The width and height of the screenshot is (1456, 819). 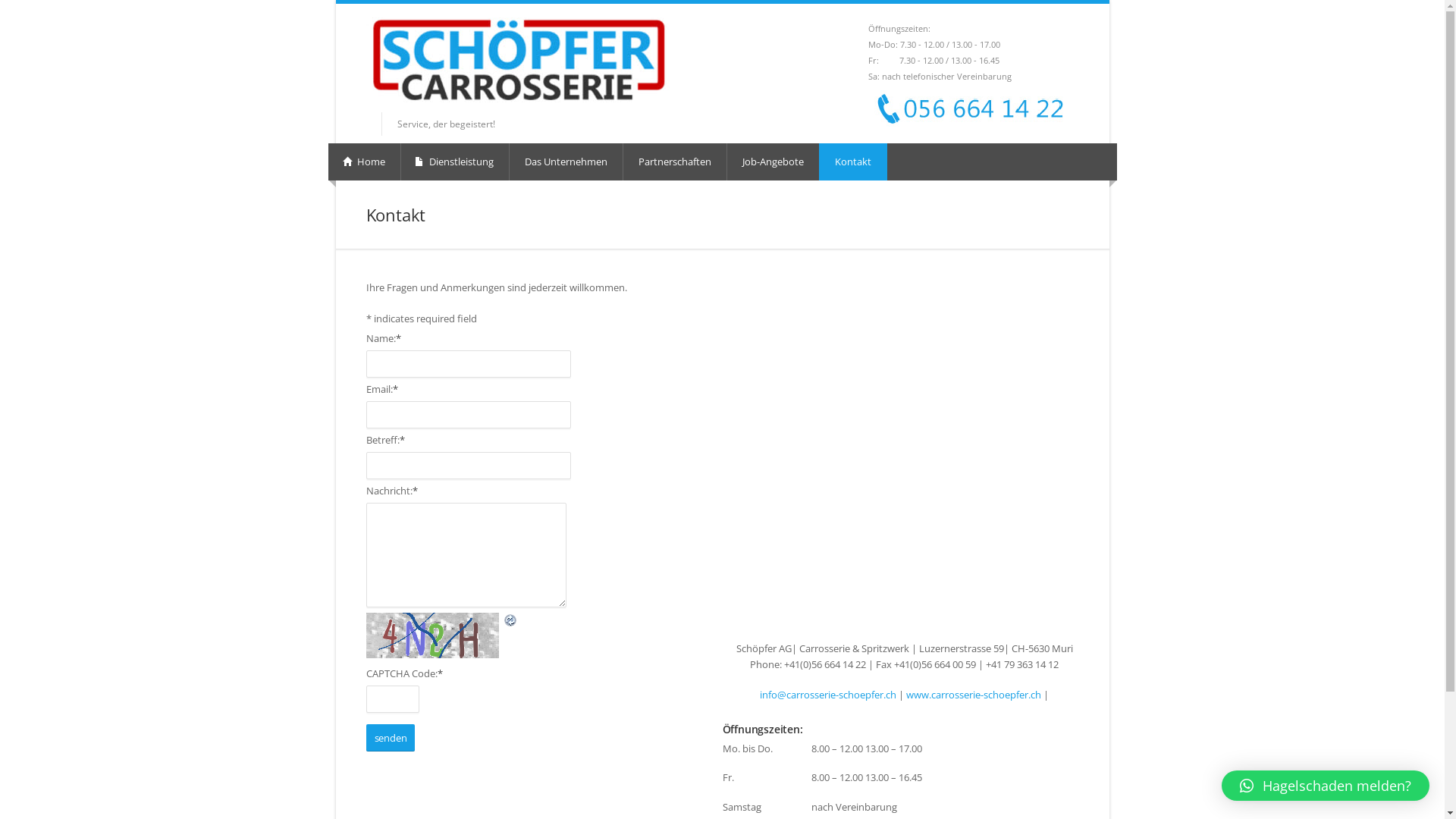 What do you see at coordinates (852, 162) in the screenshot?
I see `'Kontakt'` at bounding box center [852, 162].